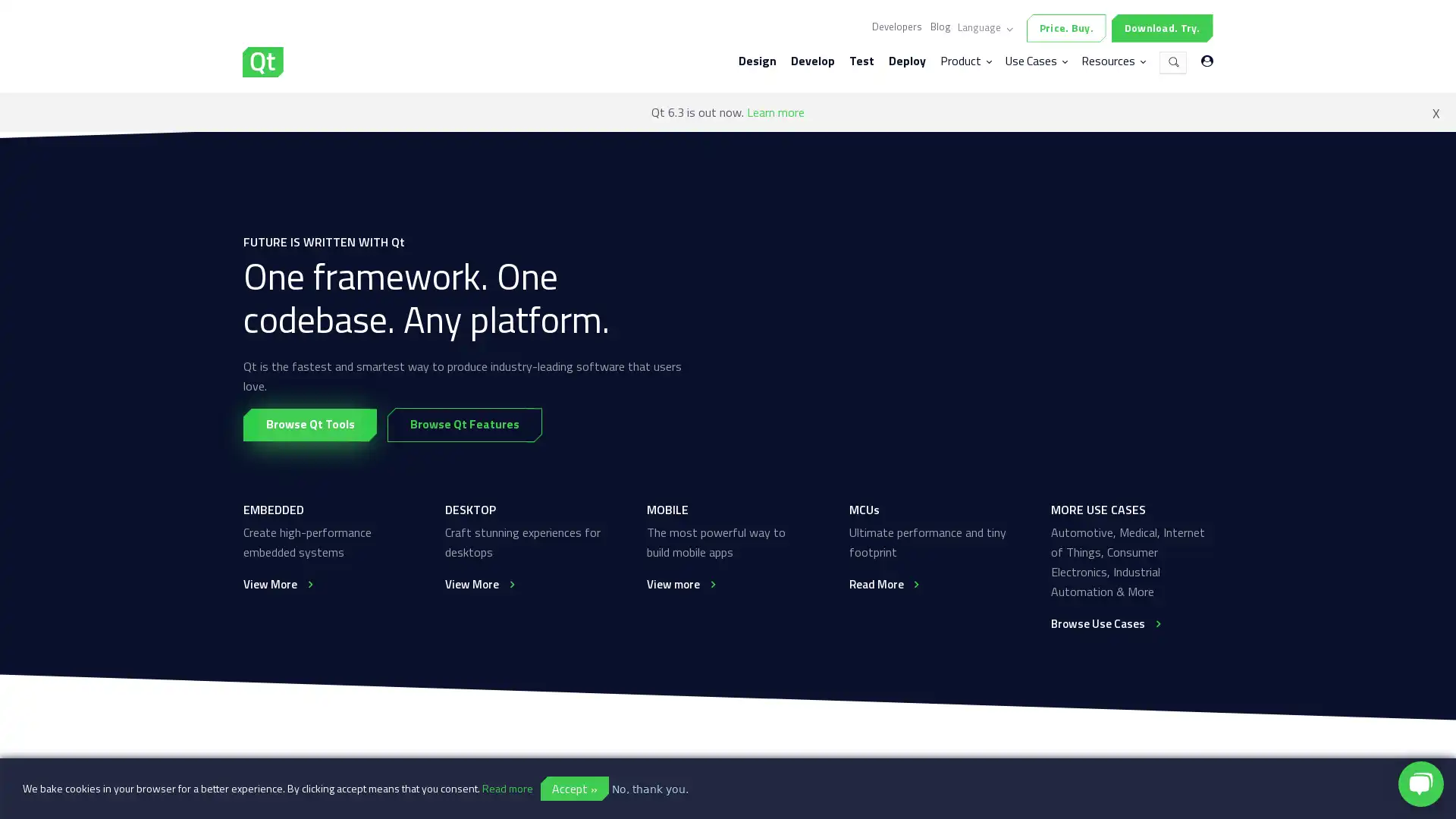  Describe the element at coordinates (574, 788) in the screenshot. I see `Accept` at that location.